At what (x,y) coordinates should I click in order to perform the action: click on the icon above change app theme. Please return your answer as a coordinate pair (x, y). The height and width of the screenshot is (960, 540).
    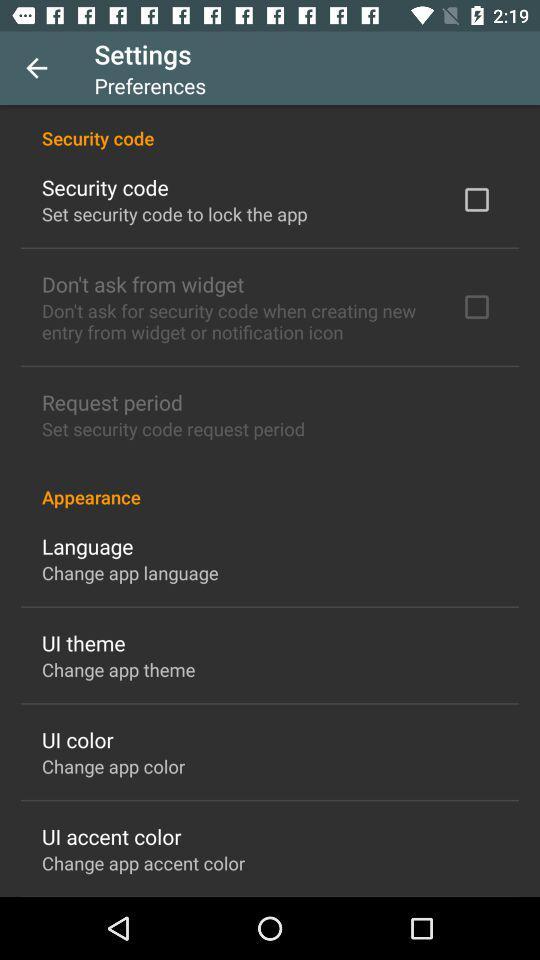
    Looking at the image, I should click on (82, 642).